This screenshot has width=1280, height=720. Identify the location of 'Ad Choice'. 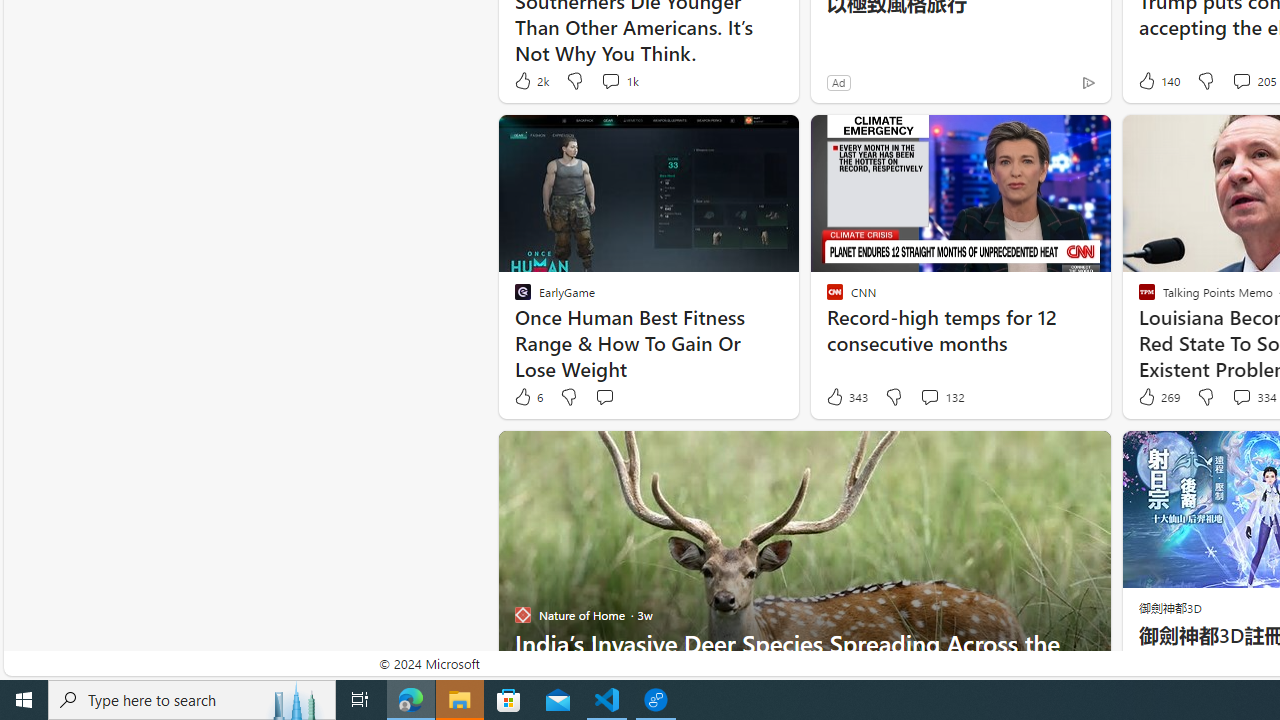
(1087, 81).